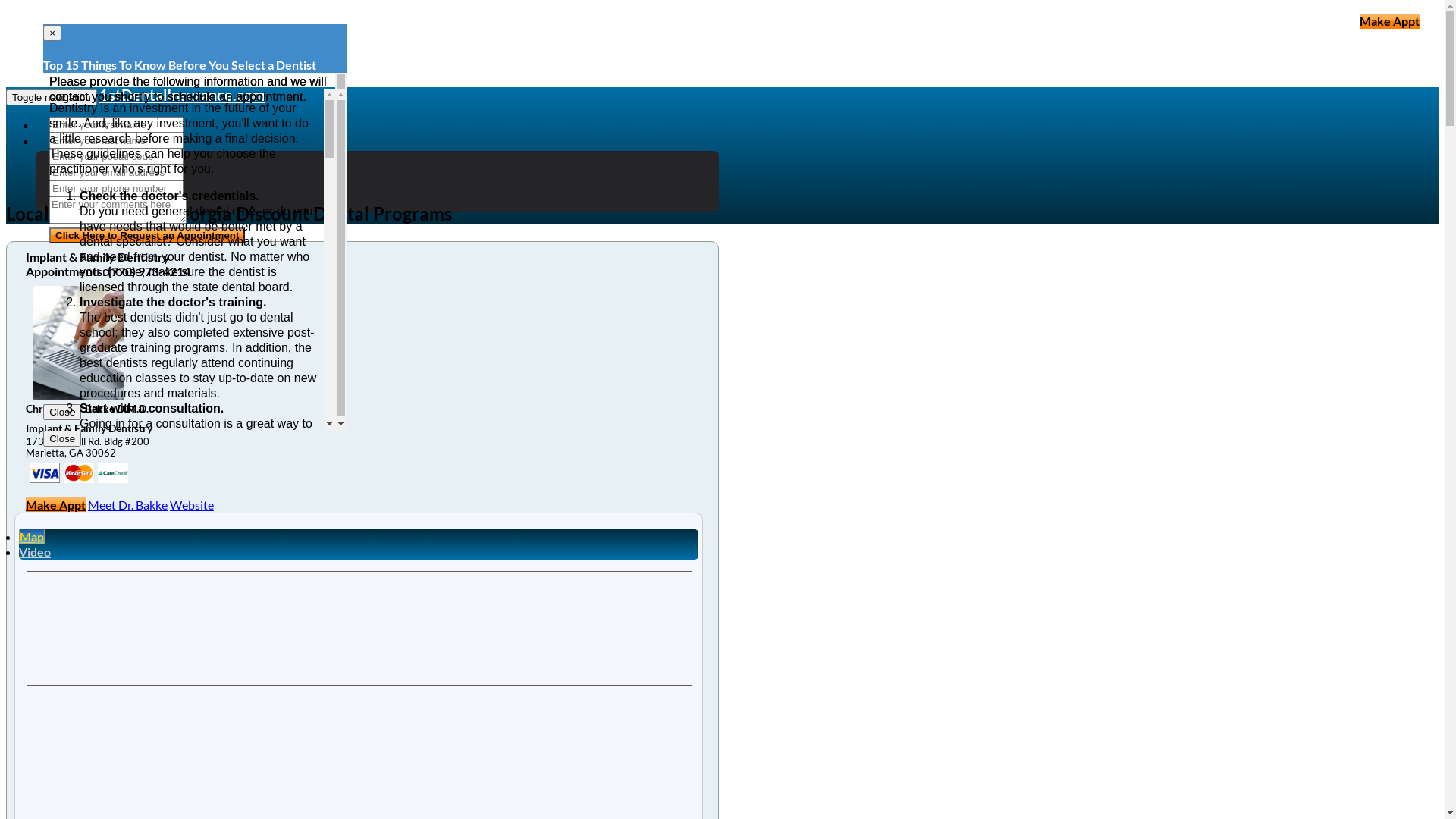 The height and width of the screenshot is (819, 1456). Describe the element at coordinates (86, 504) in the screenshot. I see `'Meet Dr. Bakke'` at that location.